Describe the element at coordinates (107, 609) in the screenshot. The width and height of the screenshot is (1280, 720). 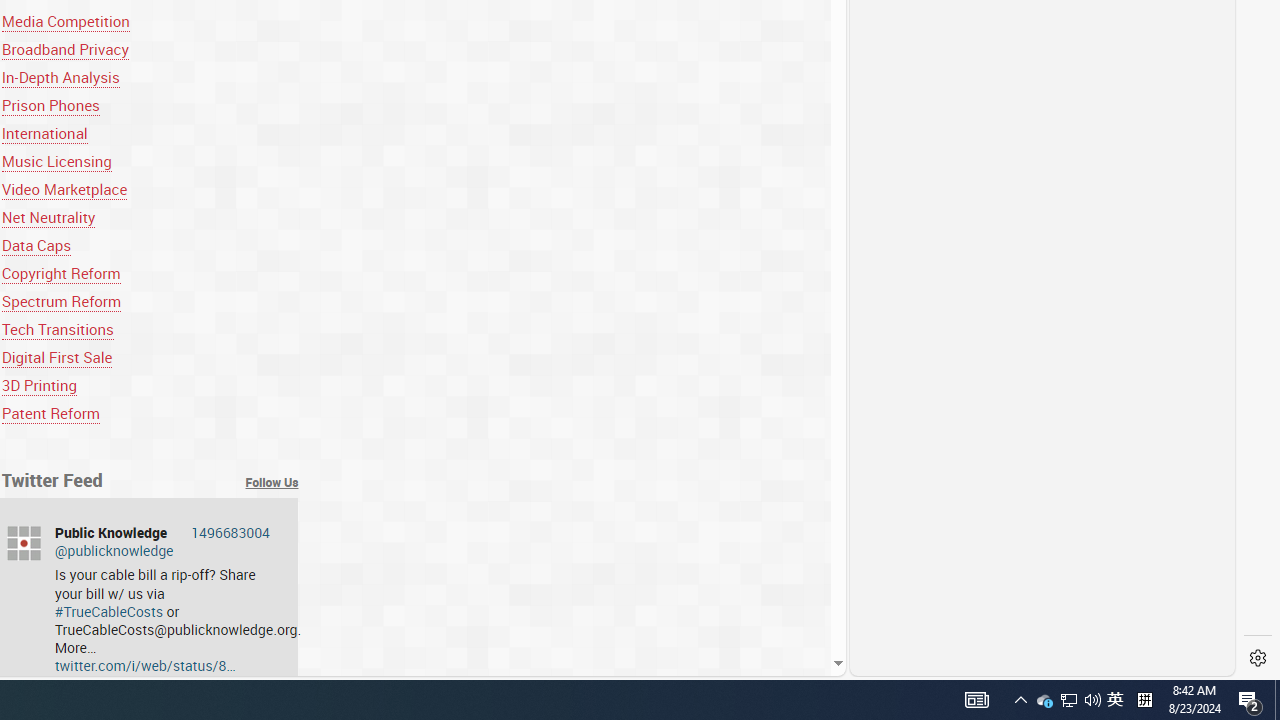
I see `'#TrueCableCosts'` at that location.